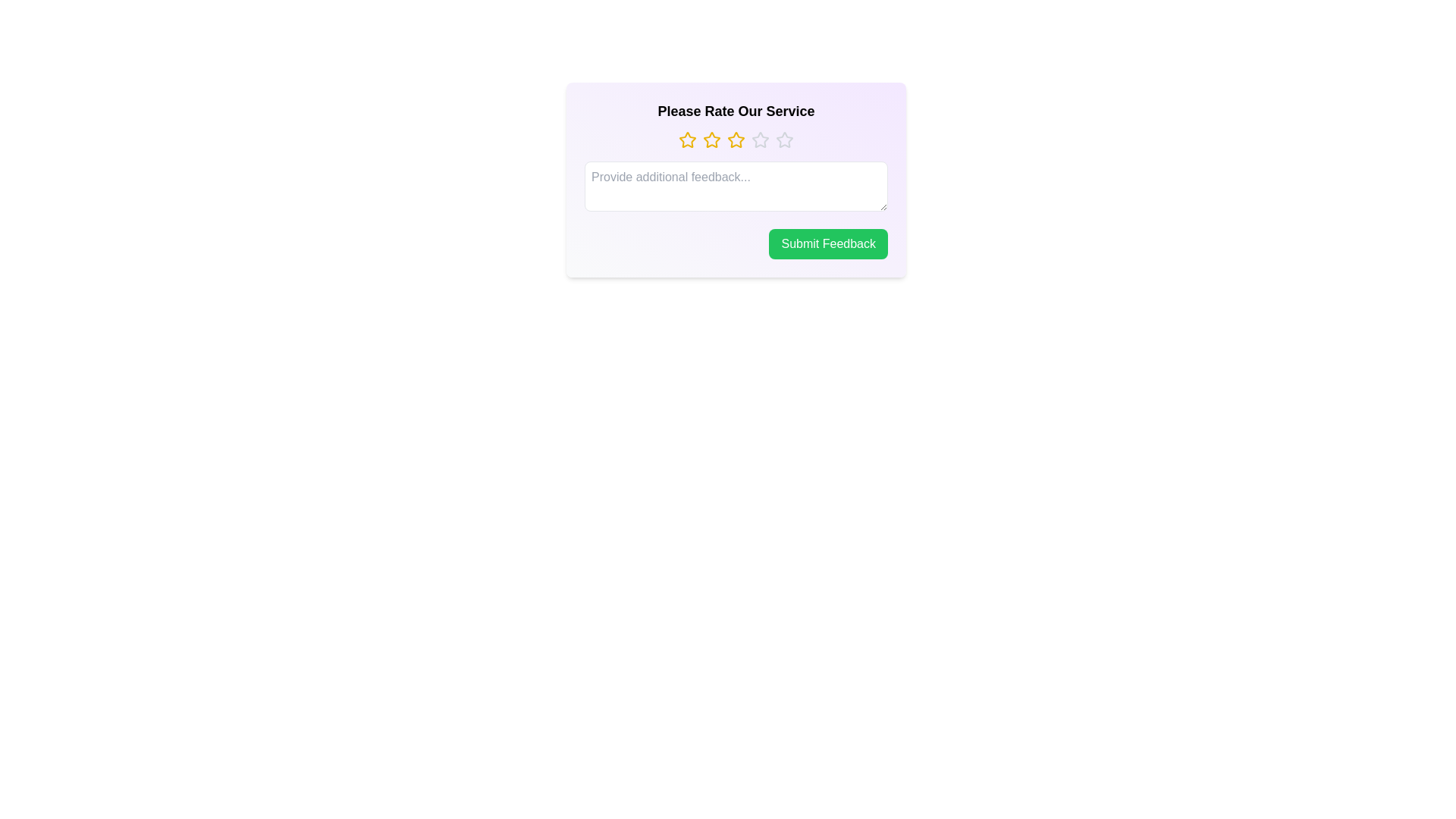 This screenshot has height=819, width=1456. Describe the element at coordinates (736, 140) in the screenshot. I see `the star corresponding to the 3 value to set the rating` at that location.